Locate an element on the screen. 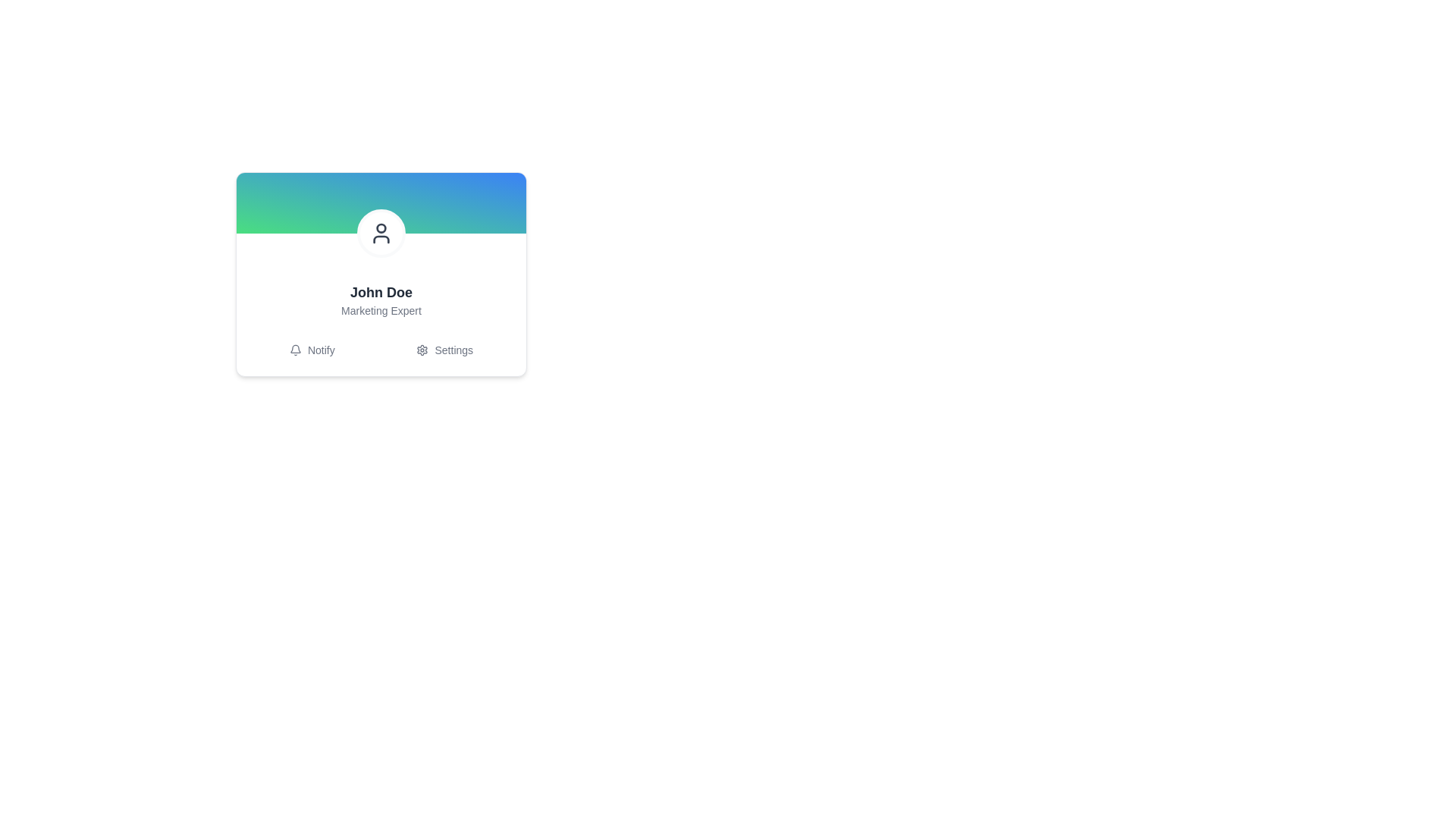 This screenshot has width=1456, height=819. the text label displaying 'Marketing Expert', which is located directly below the name 'John Doe' in the profile card layout is located at coordinates (381, 309).